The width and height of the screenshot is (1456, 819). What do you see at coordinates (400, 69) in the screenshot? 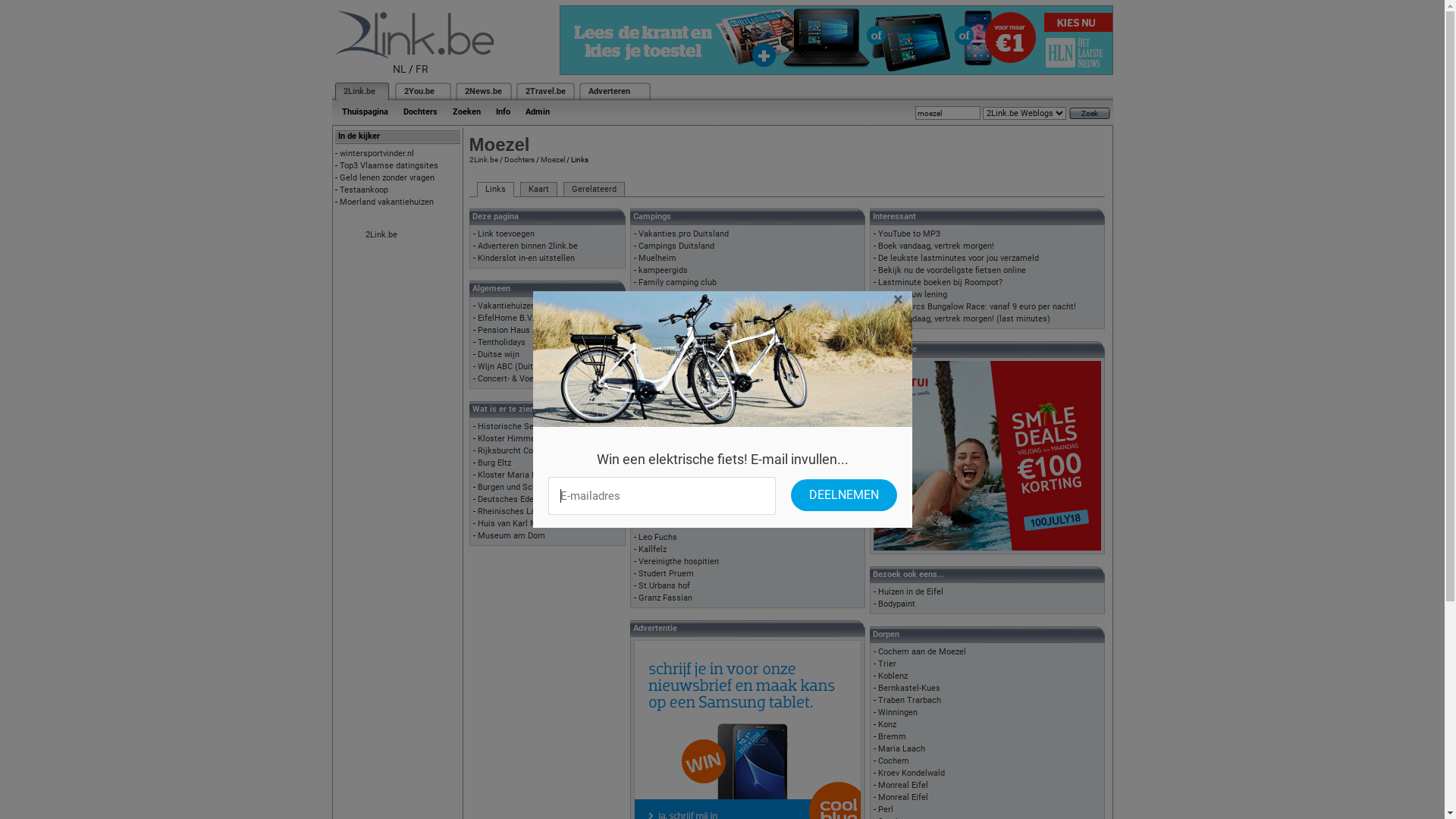
I see `'NL'` at bounding box center [400, 69].